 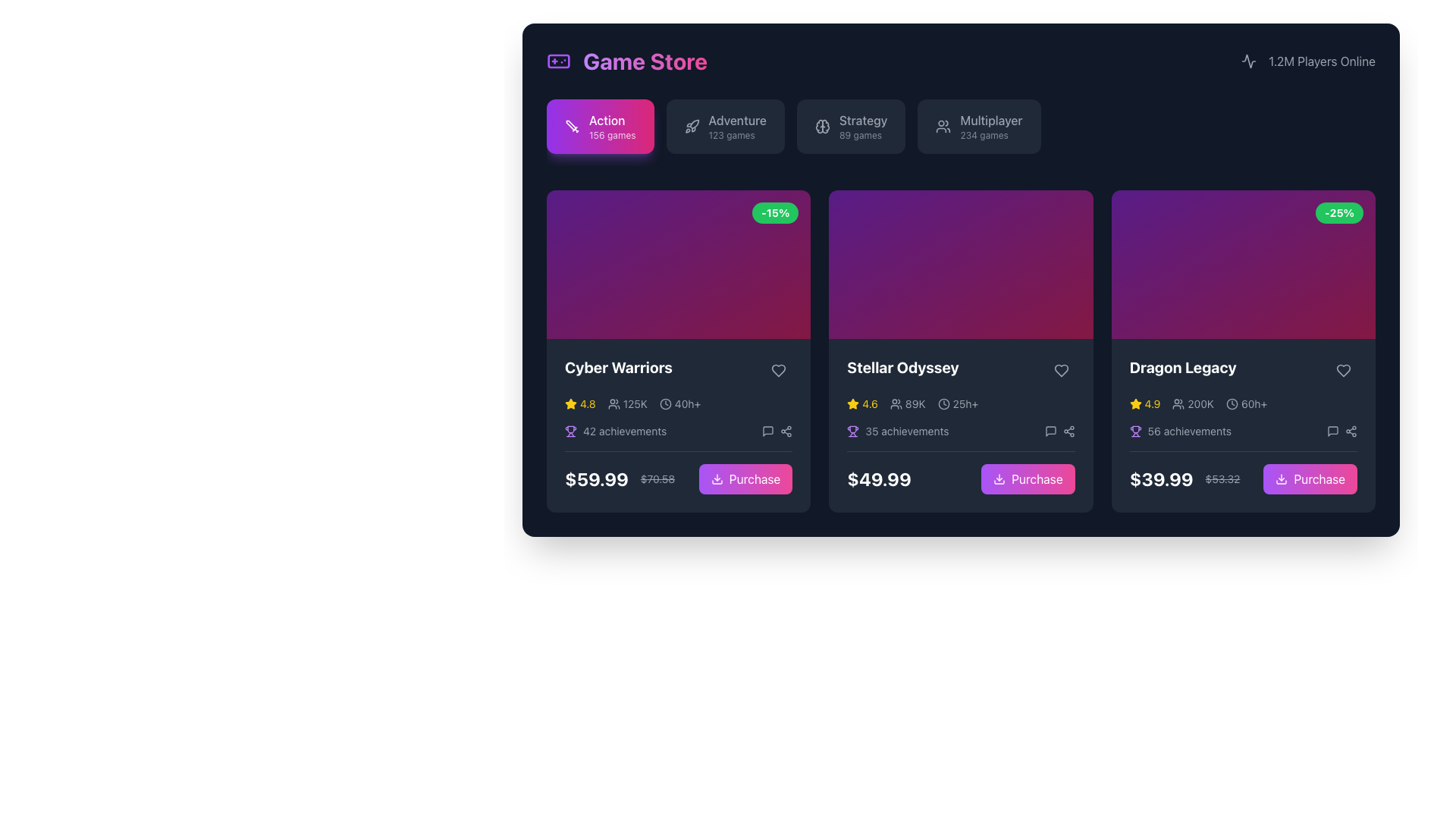 I want to click on the static text label displaying the title 'Dragon Legacy', which is a bold piece of text in large white letters on a dark background, located in the bottom-right corner of the content card, so click(x=1182, y=367).